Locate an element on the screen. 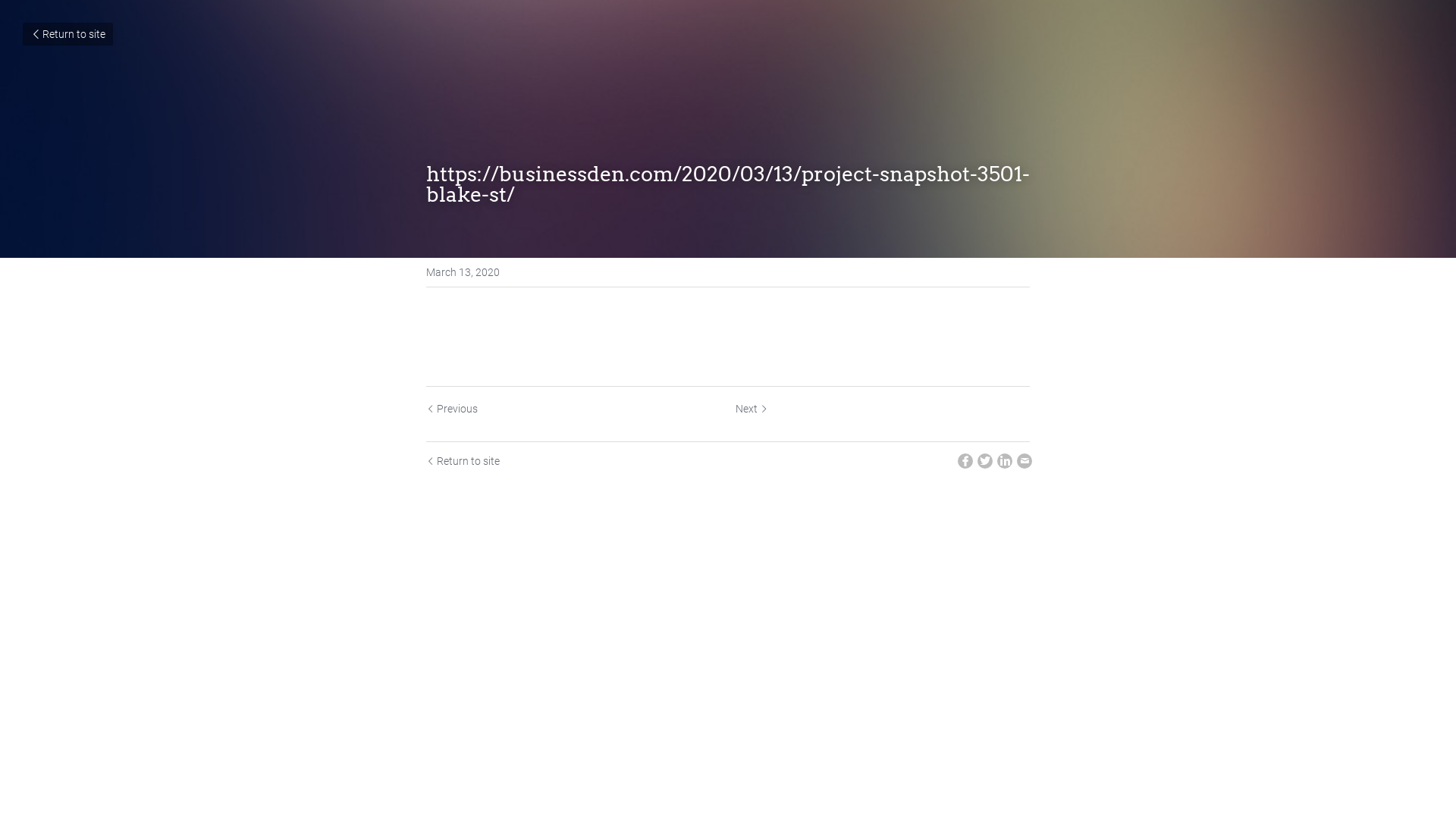  'Next' is located at coordinates (752, 408).